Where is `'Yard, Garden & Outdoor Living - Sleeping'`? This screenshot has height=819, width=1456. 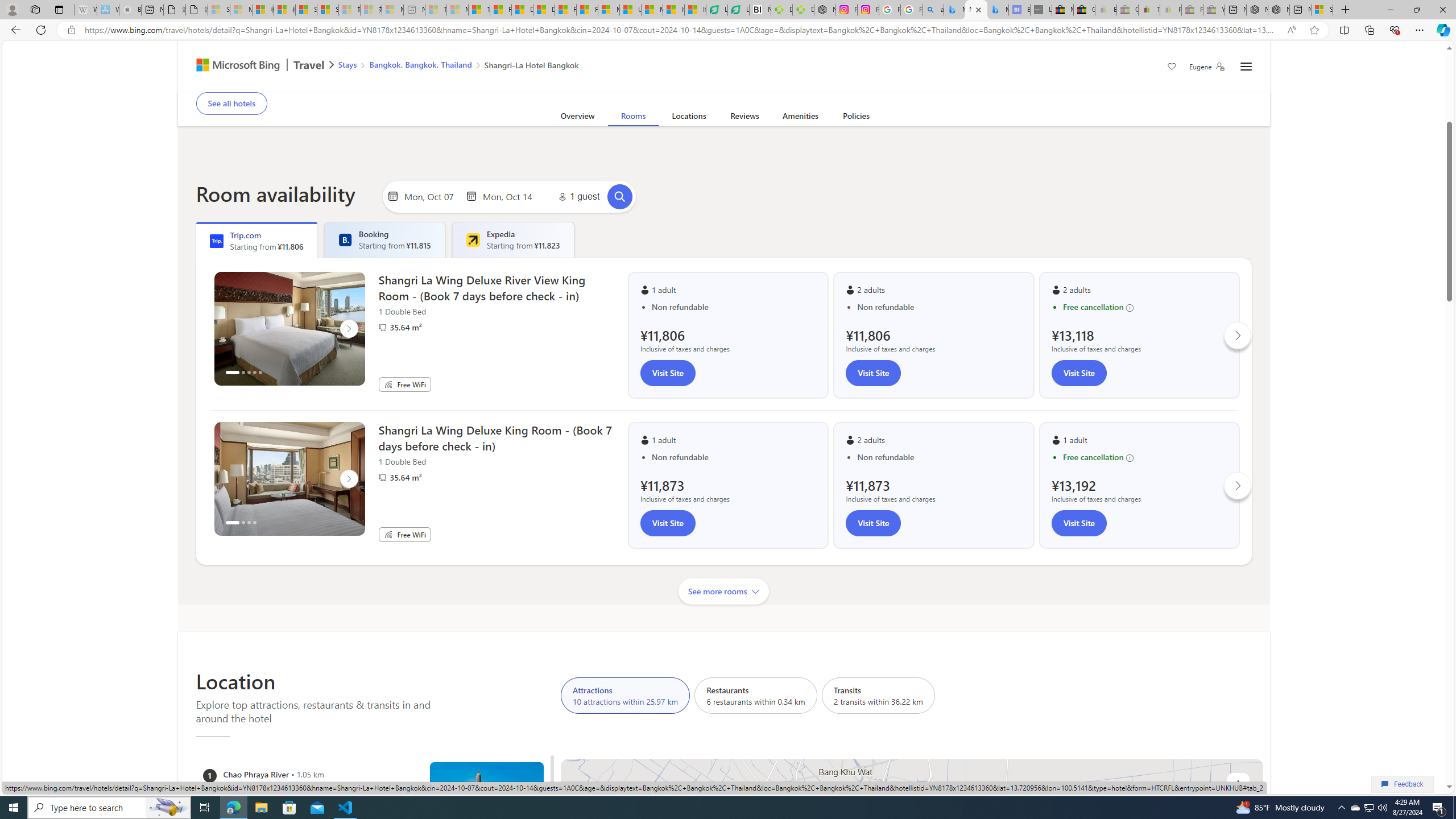 'Yard, Garden & Outdoor Living - Sleeping' is located at coordinates (1214, 9).